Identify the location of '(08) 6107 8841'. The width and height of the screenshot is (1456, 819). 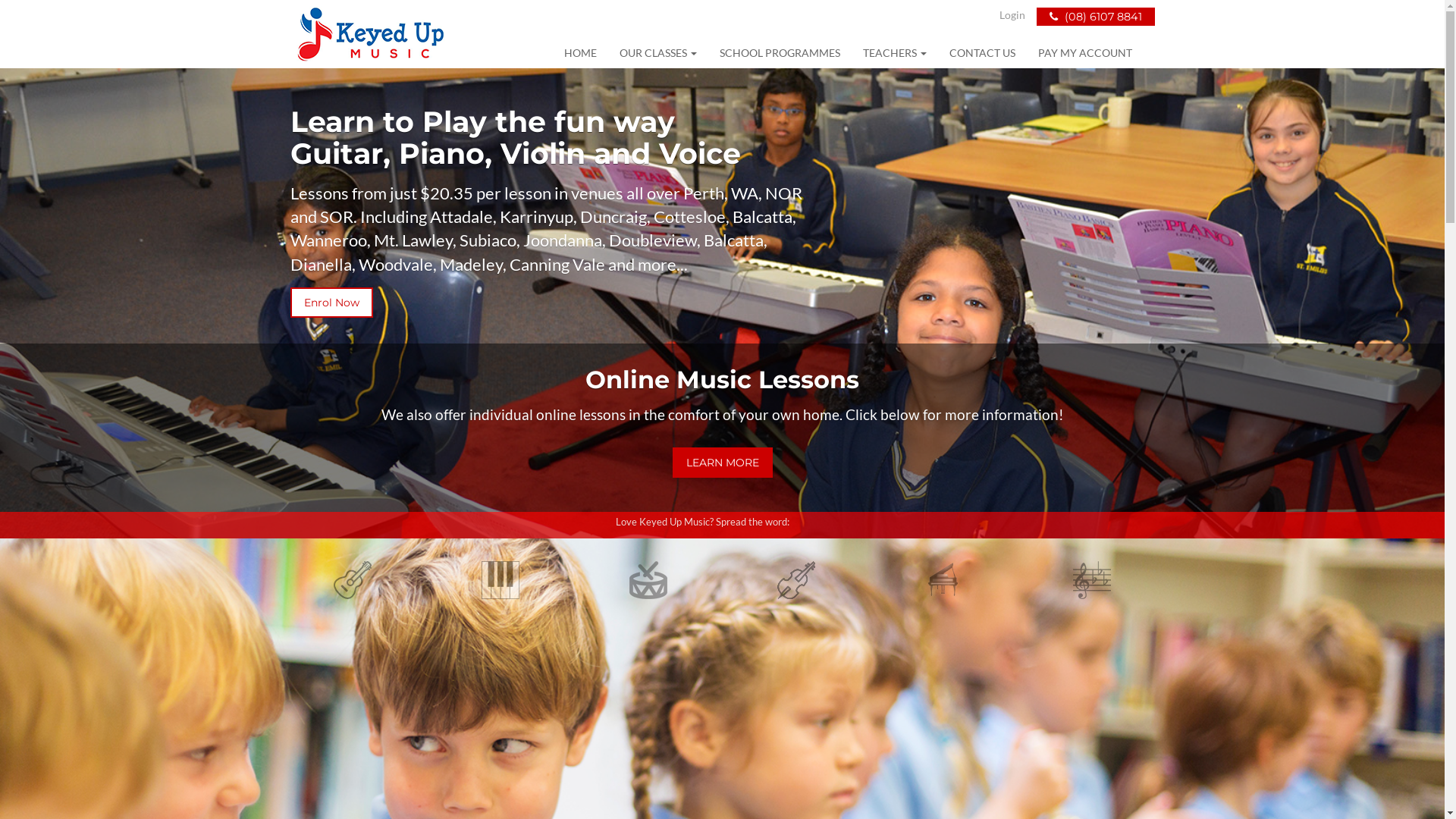
(1095, 17).